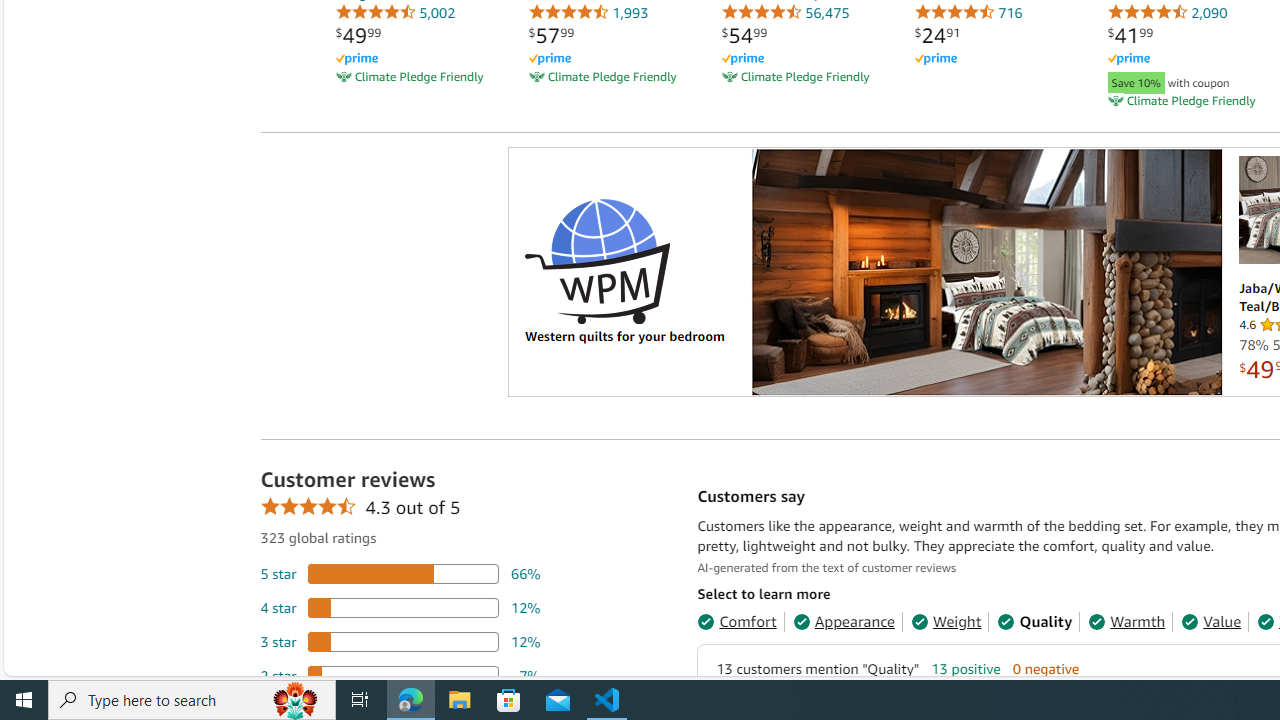  I want to click on '5,002', so click(395, 12).